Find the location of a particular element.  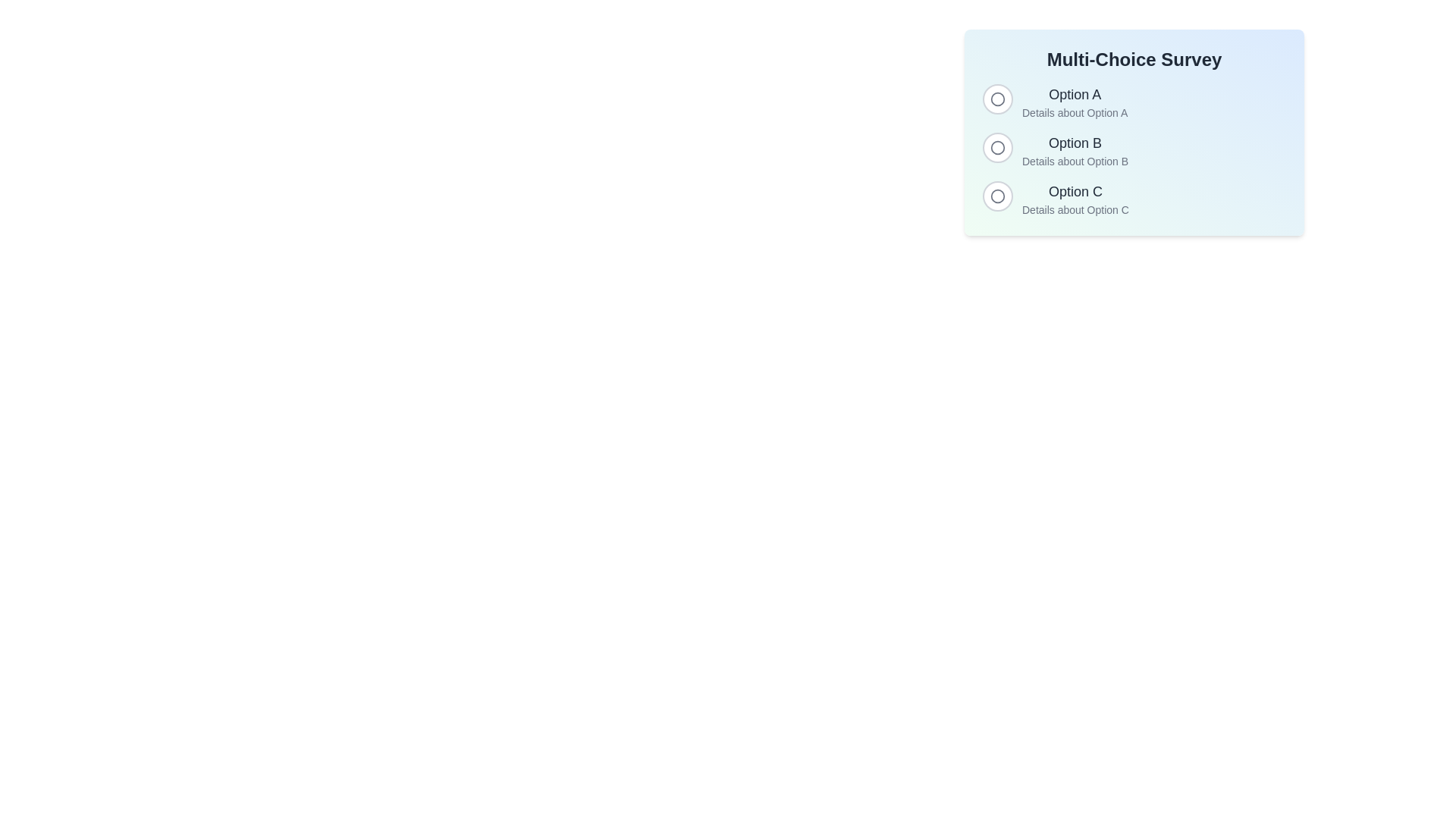

the options in the 'Multi-Choice Survey' section is located at coordinates (1134, 131).